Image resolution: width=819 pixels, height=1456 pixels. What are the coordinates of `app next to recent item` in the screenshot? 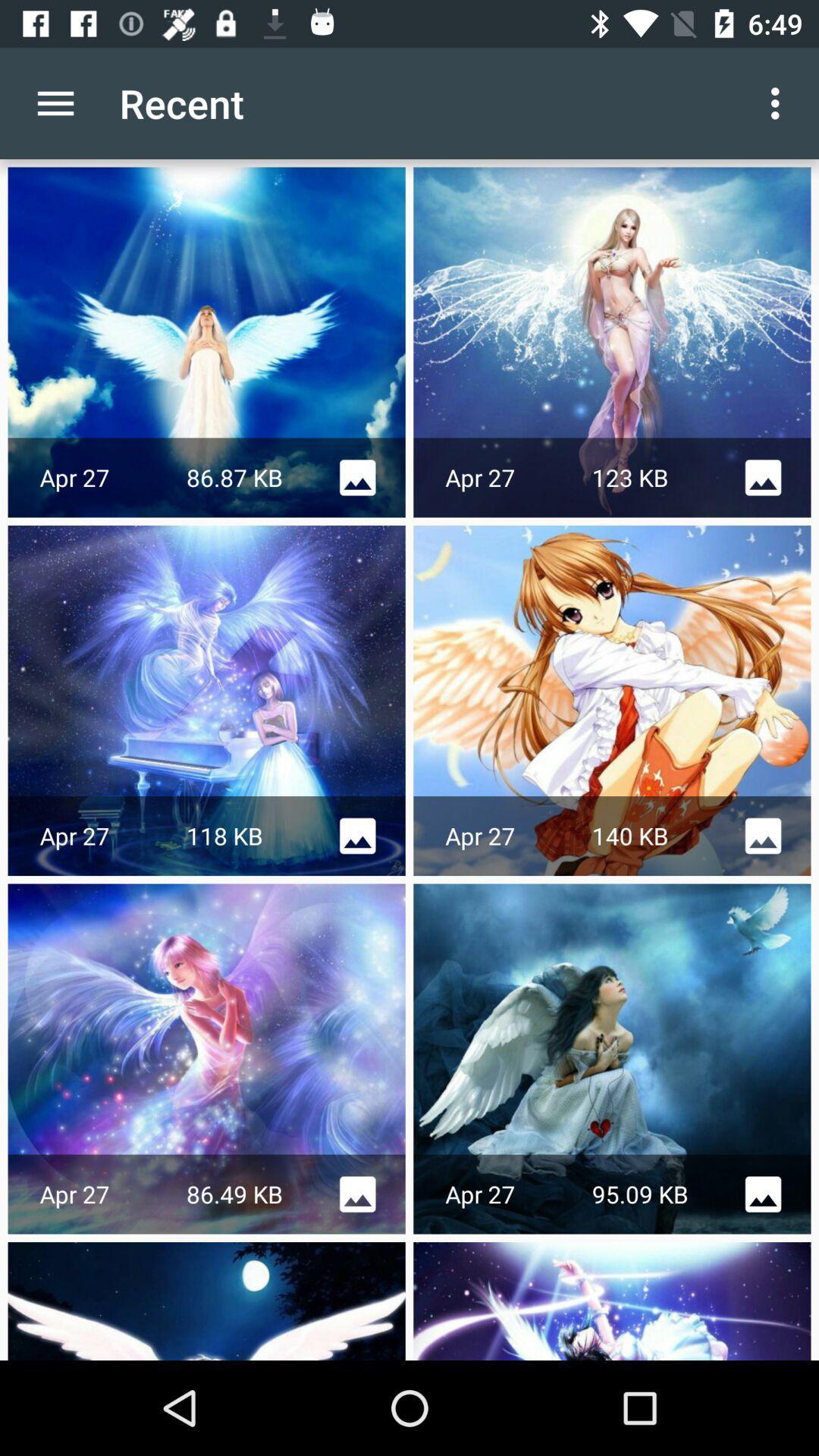 It's located at (779, 102).